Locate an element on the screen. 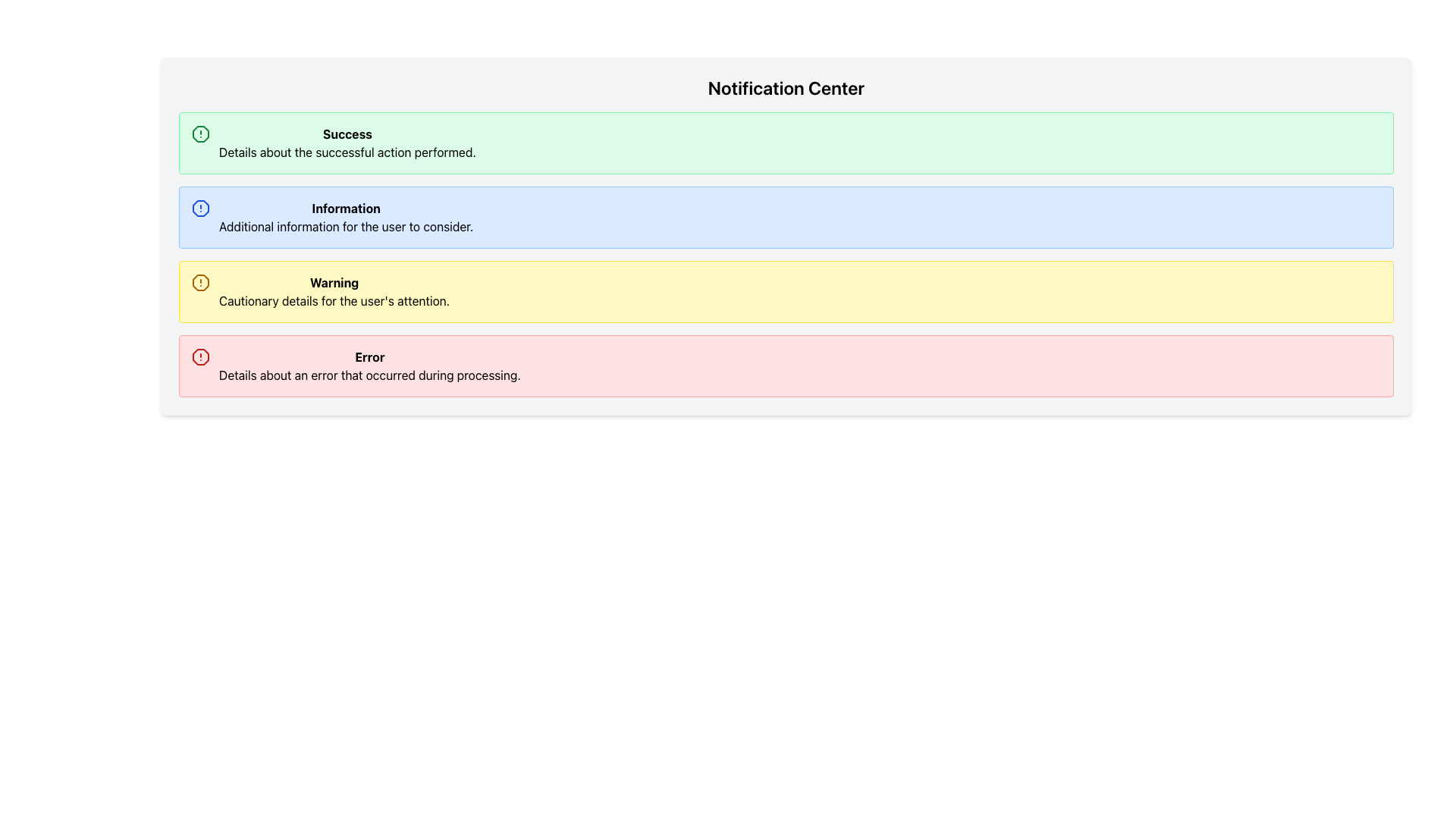 This screenshot has height=819, width=1456. the Text Display element within the third notification card that provides cautionary information, located between the 'Information' card and the 'Error' card is located at coordinates (334, 292).